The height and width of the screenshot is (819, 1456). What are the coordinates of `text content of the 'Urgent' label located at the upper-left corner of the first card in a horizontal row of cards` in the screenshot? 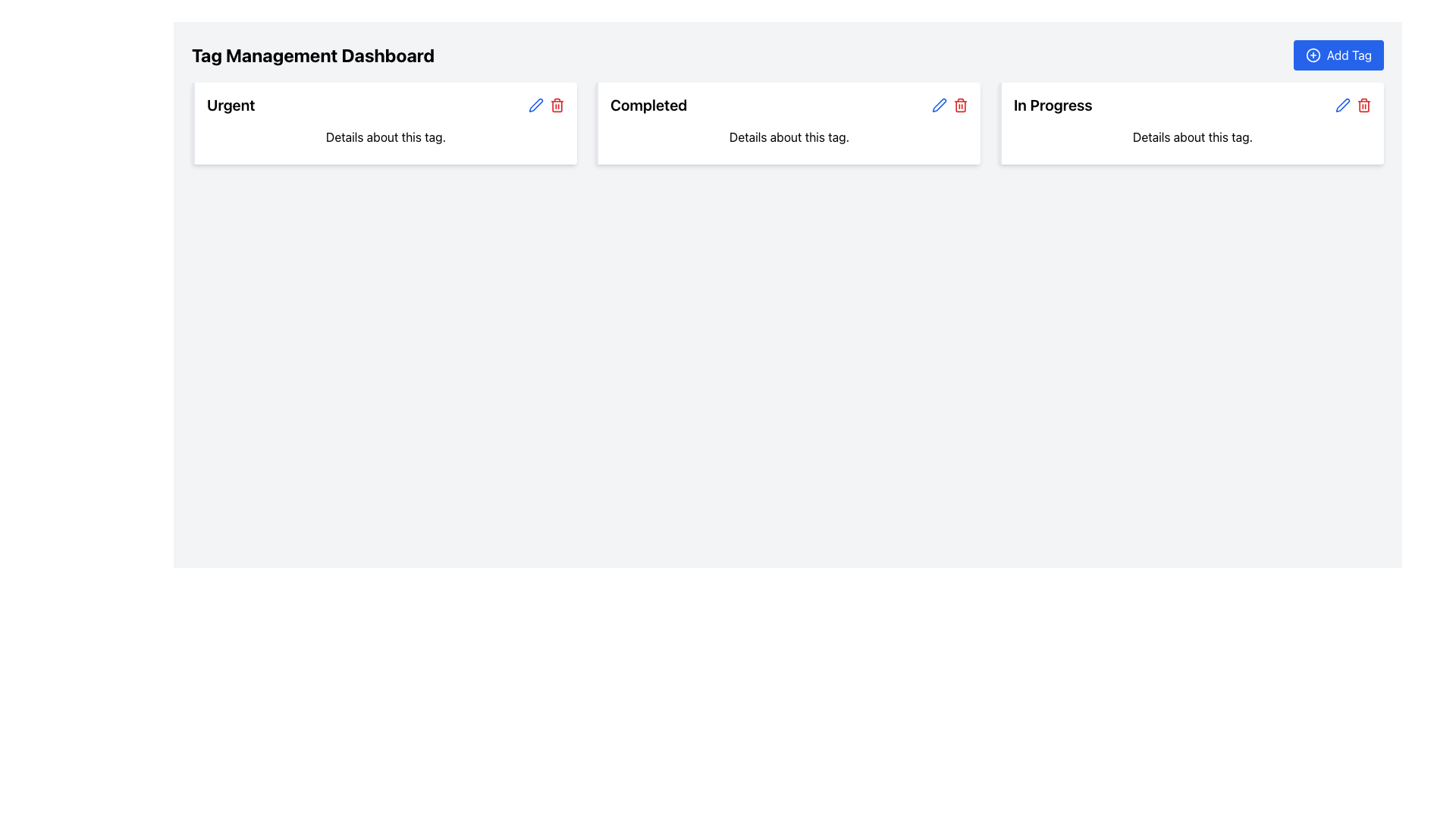 It's located at (230, 104).